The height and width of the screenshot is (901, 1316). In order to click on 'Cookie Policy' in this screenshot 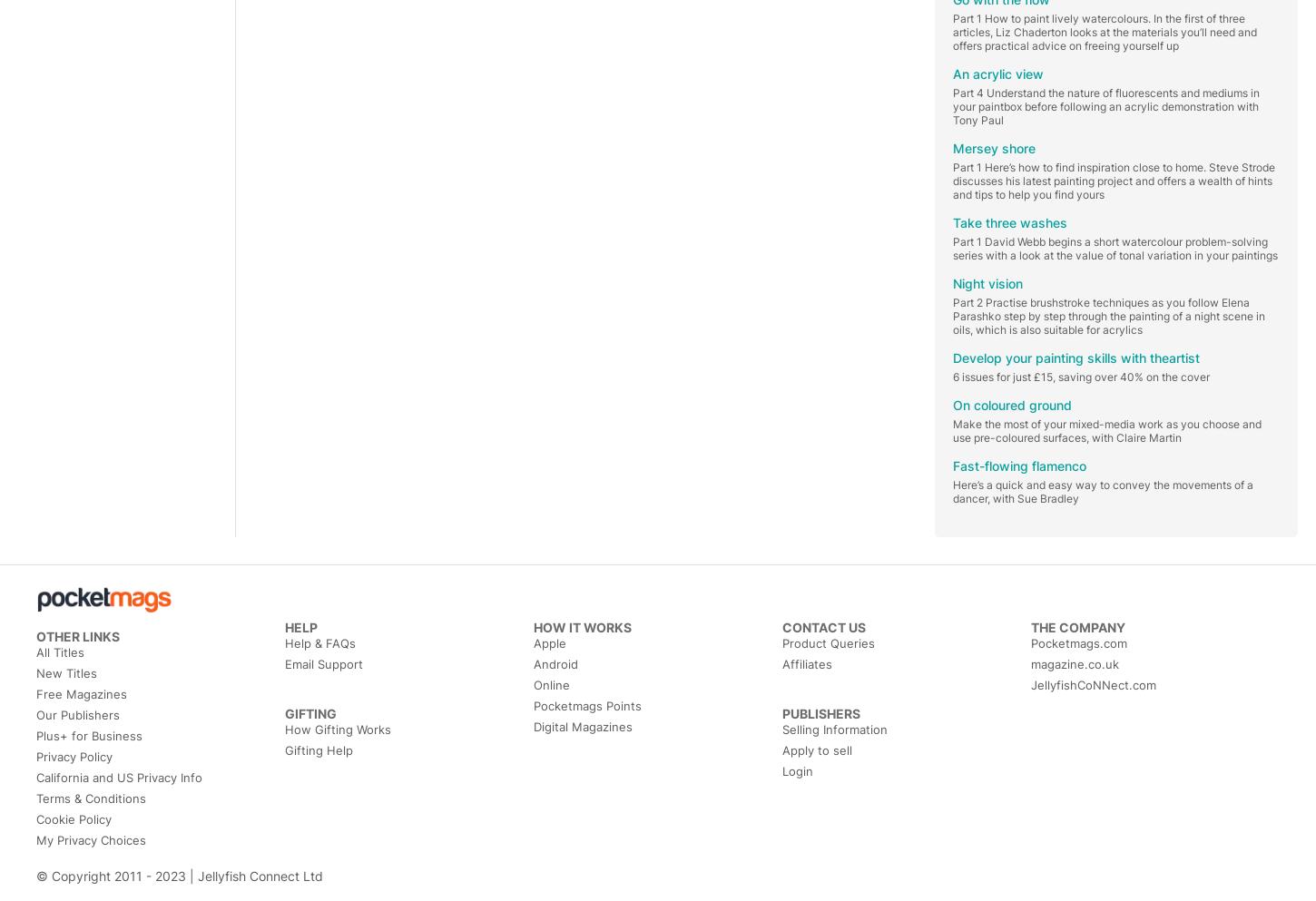, I will do `click(74, 819)`.